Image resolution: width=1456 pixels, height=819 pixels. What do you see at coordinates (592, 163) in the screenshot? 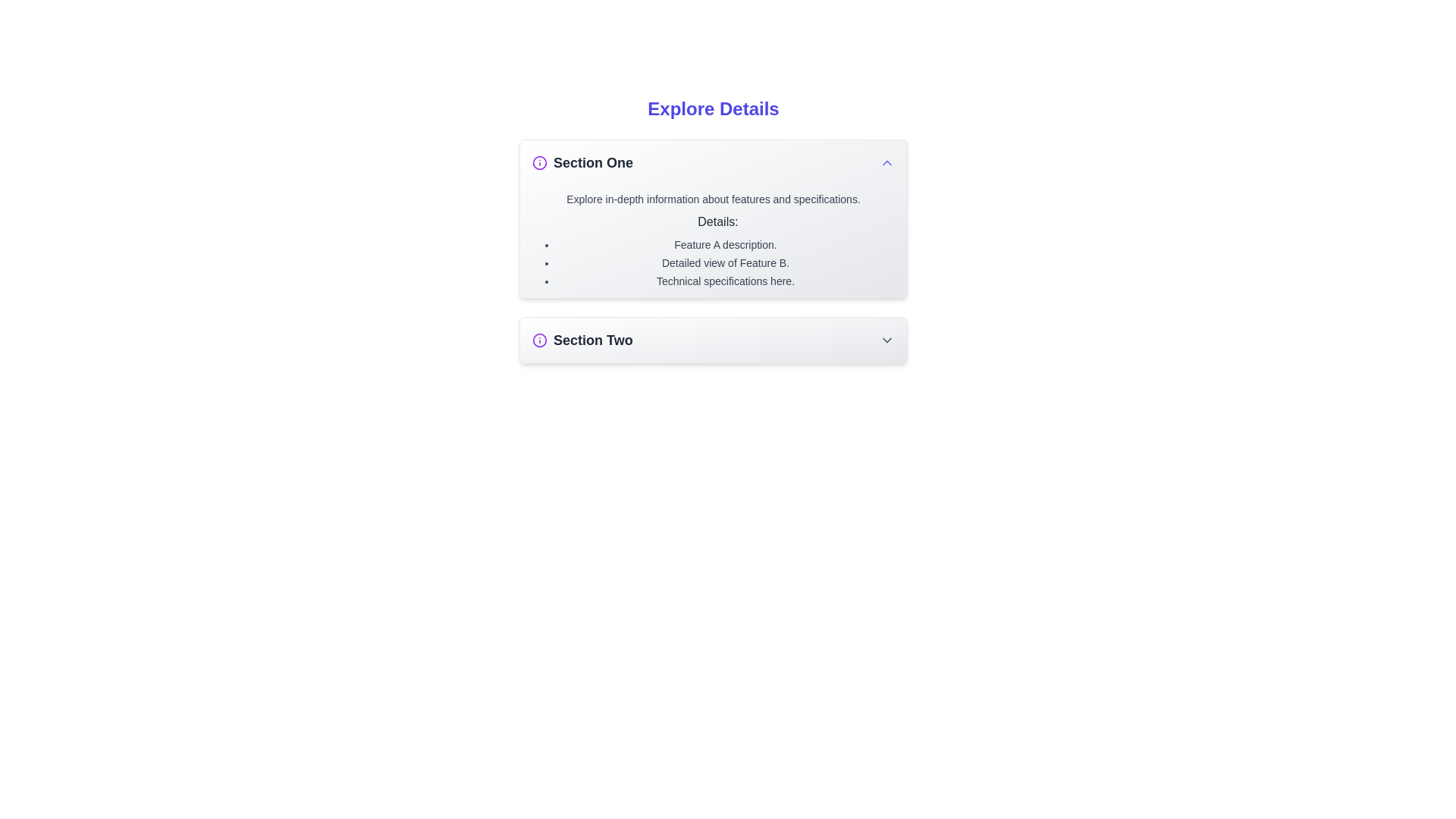
I see `text from the Text Label positioned at the top left of the detailed section, which serves as a title or identifier for a collapsible or expandable information section` at bounding box center [592, 163].